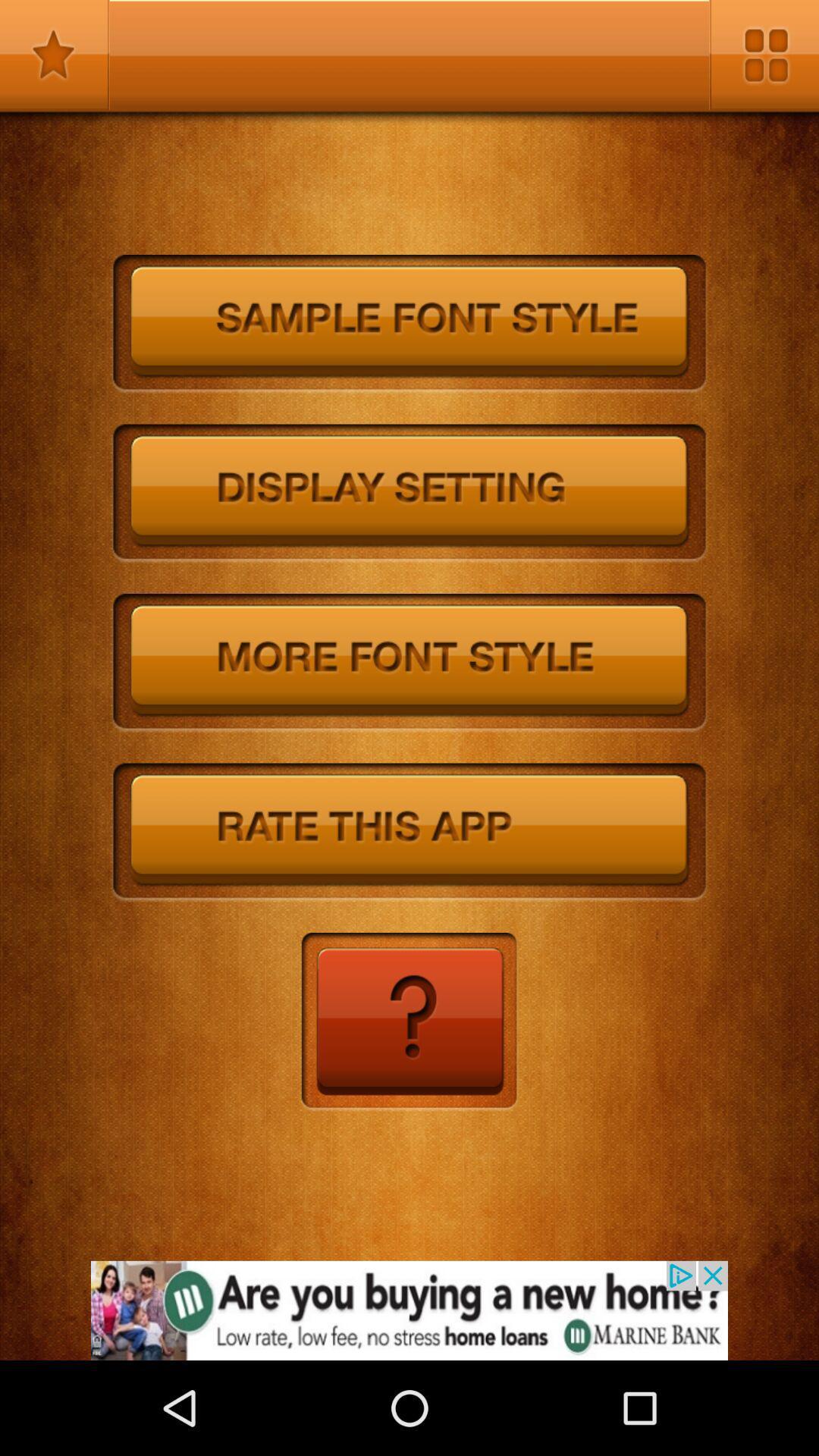 This screenshot has width=819, height=1456. What do you see at coordinates (409, 1310) in the screenshot?
I see `advertisement` at bounding box center [409, 1310].